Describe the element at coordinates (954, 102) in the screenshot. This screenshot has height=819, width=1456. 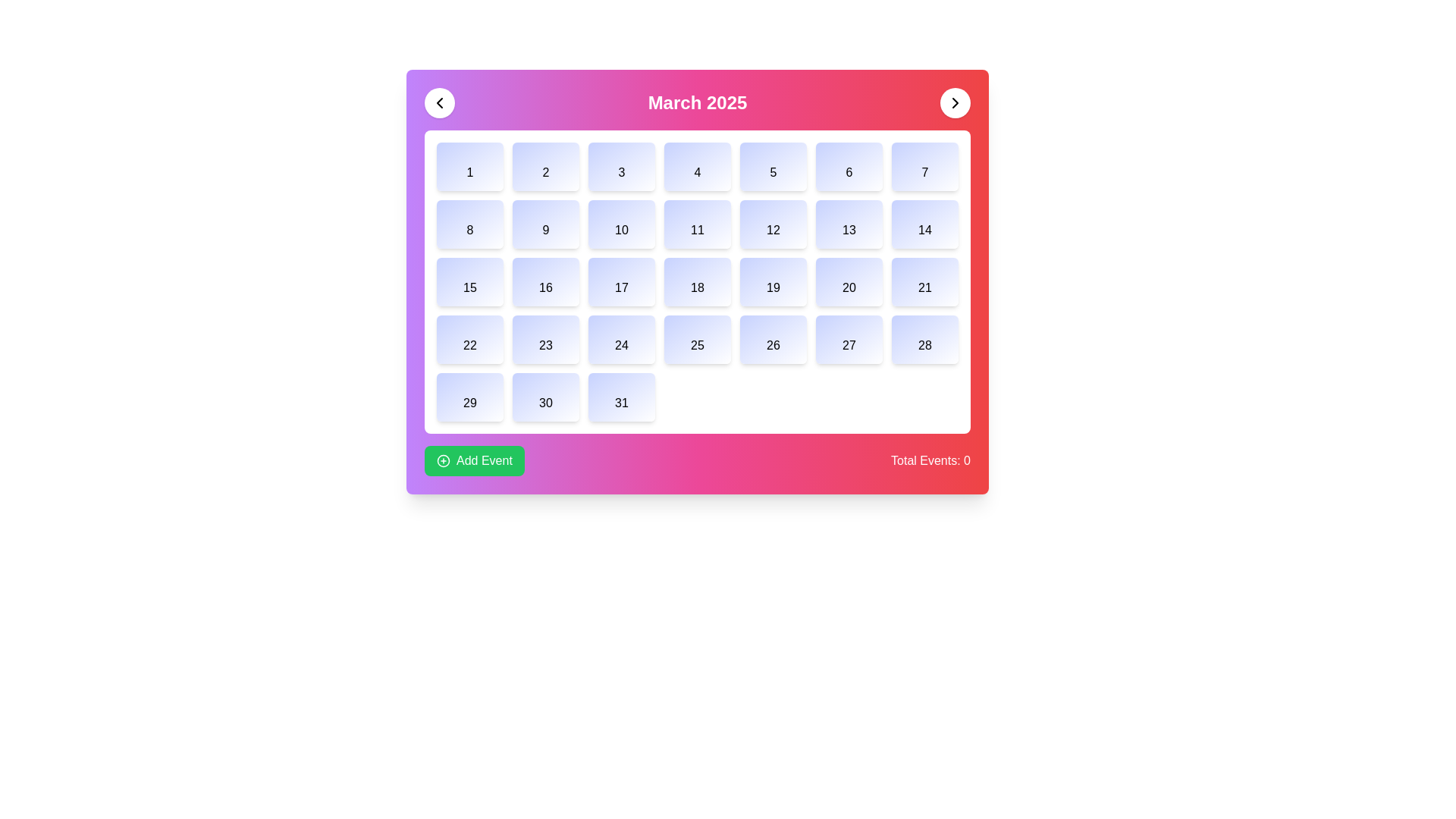
I see `the rightward-pointing triangular glyph of the chevron icon located in the upper-right corner of the interface, adjacent to the calendar header area` at that location.